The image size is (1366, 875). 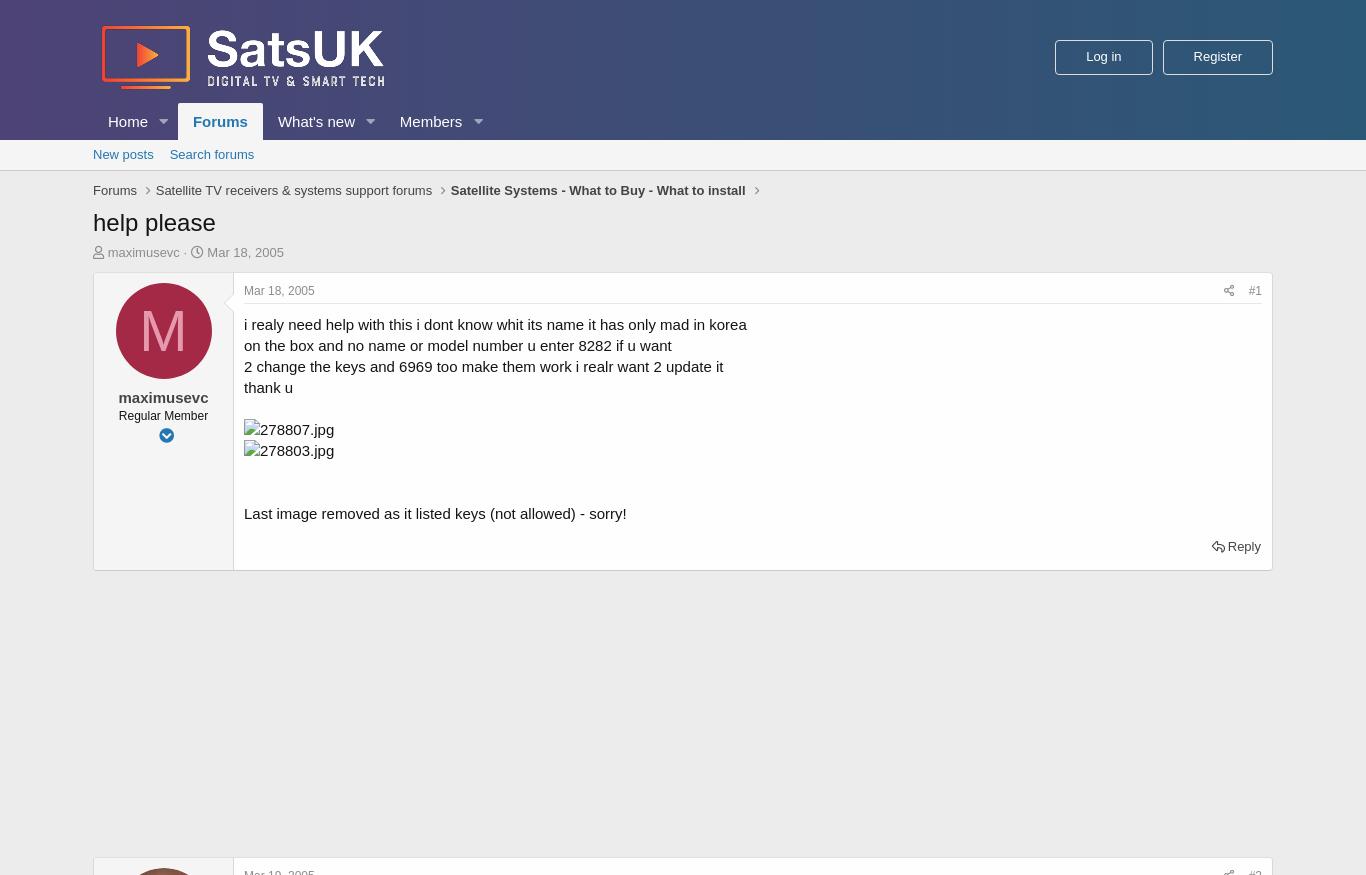 I want to click on 'Regular Member', so click(x=161, y=414).